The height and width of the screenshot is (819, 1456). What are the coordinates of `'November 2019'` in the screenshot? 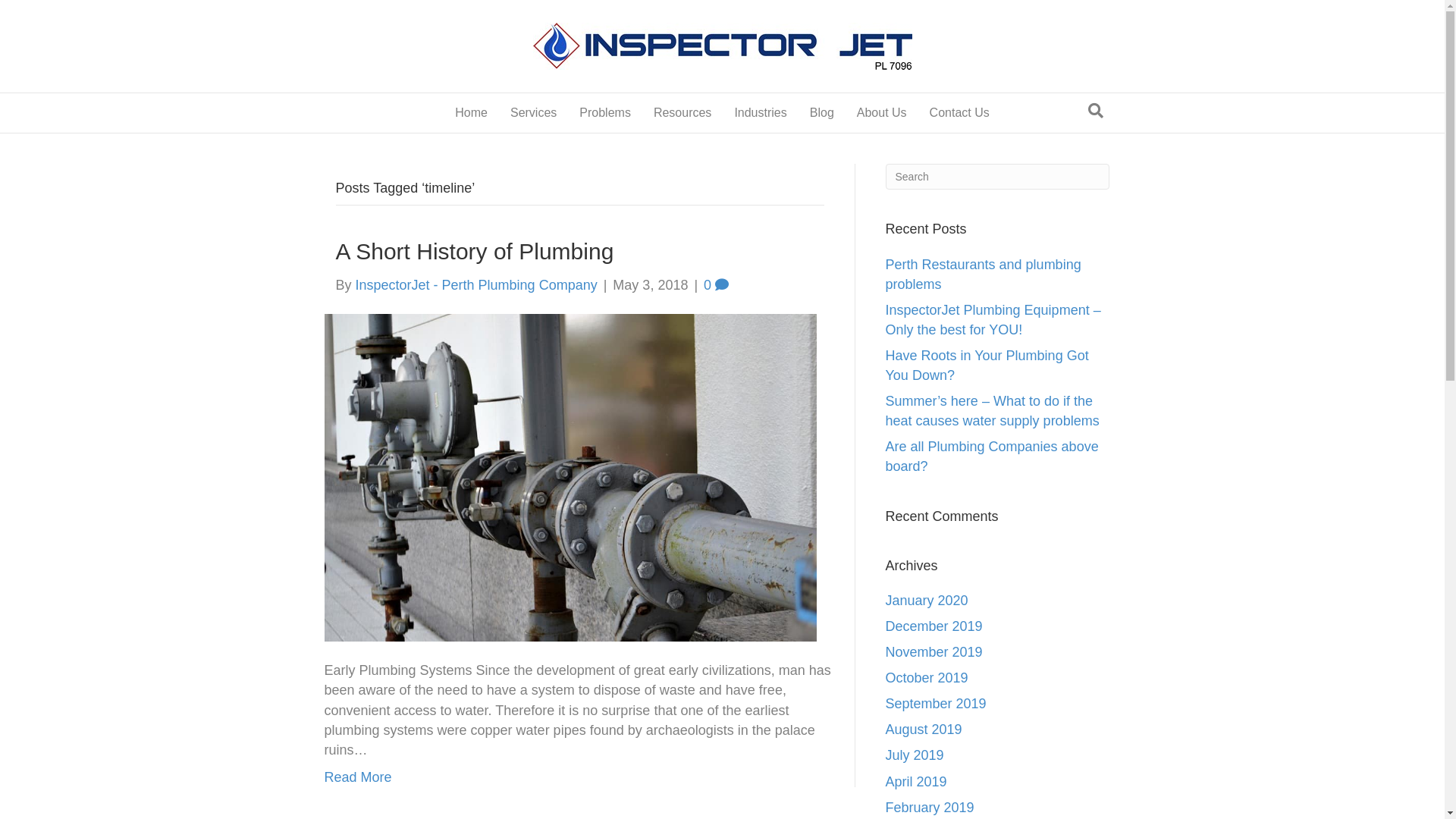 It's located at (885, 651).